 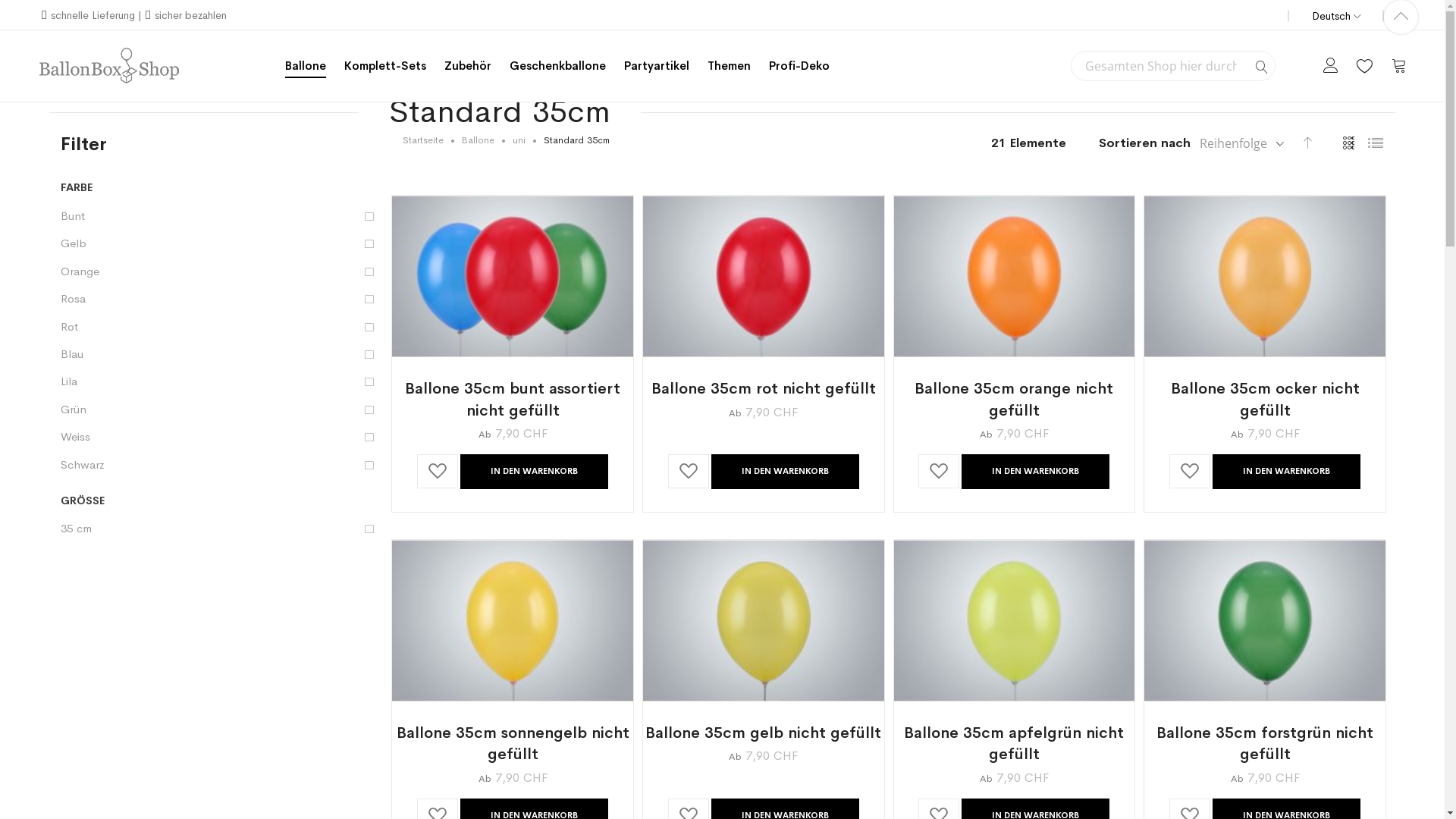 What do you see at coordinates (656, 64) in the screenshot?
I see `'Partyartikel'` at bounding box center [656, 64].